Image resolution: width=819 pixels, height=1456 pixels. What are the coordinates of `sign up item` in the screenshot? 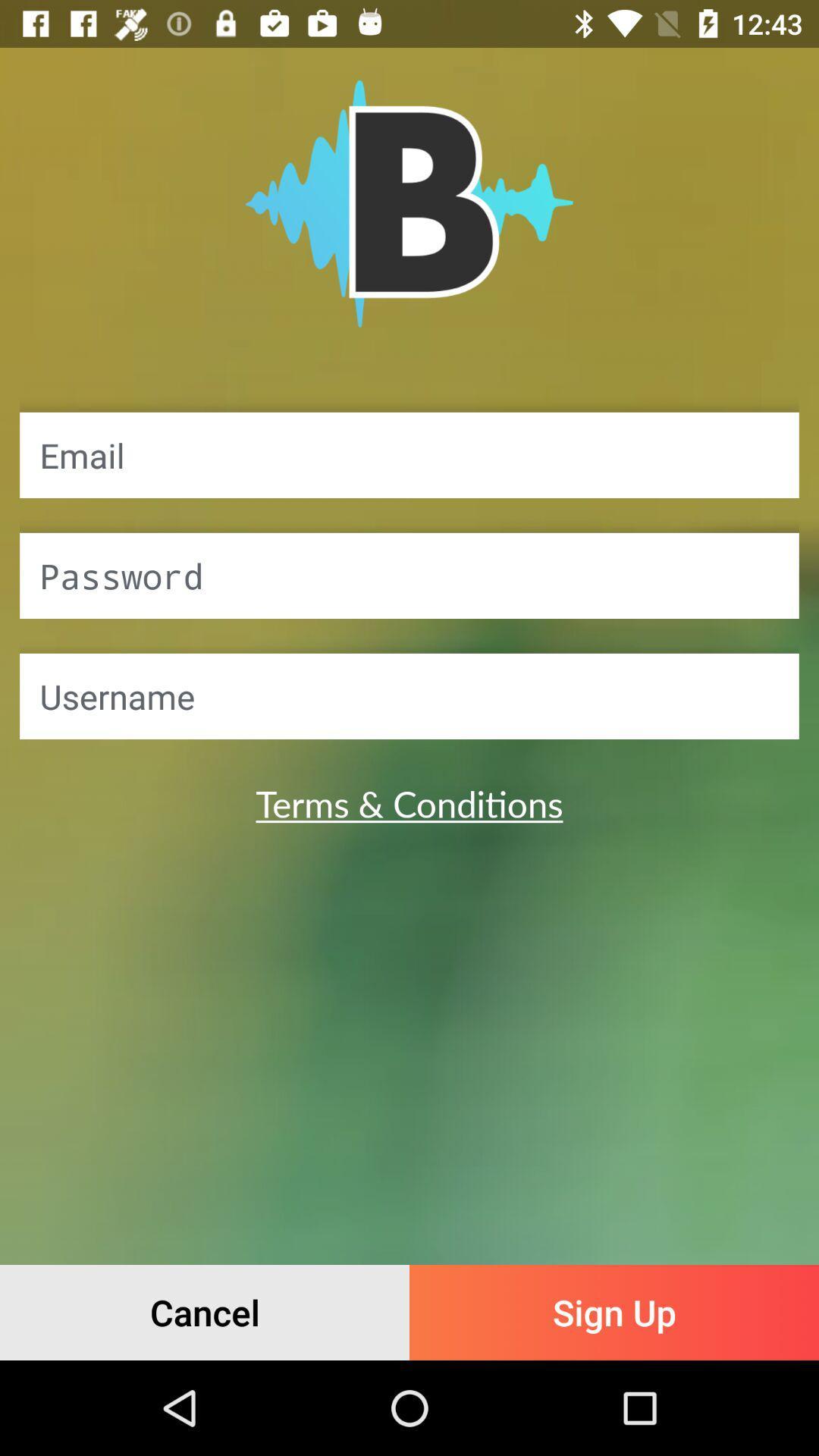 It's located at (614, 1312).